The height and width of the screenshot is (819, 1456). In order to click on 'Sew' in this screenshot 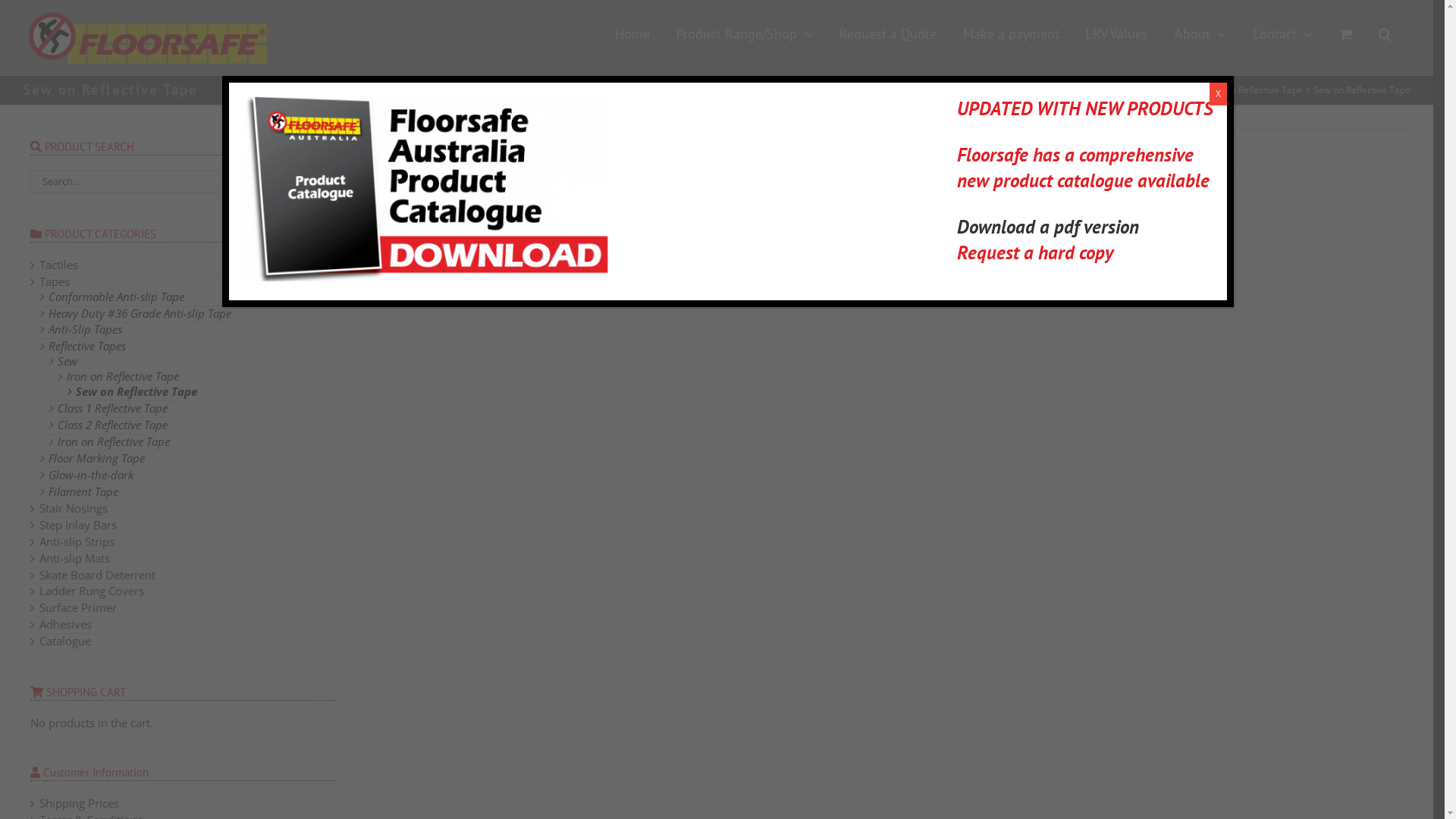, I will do `click(67, 360)`.